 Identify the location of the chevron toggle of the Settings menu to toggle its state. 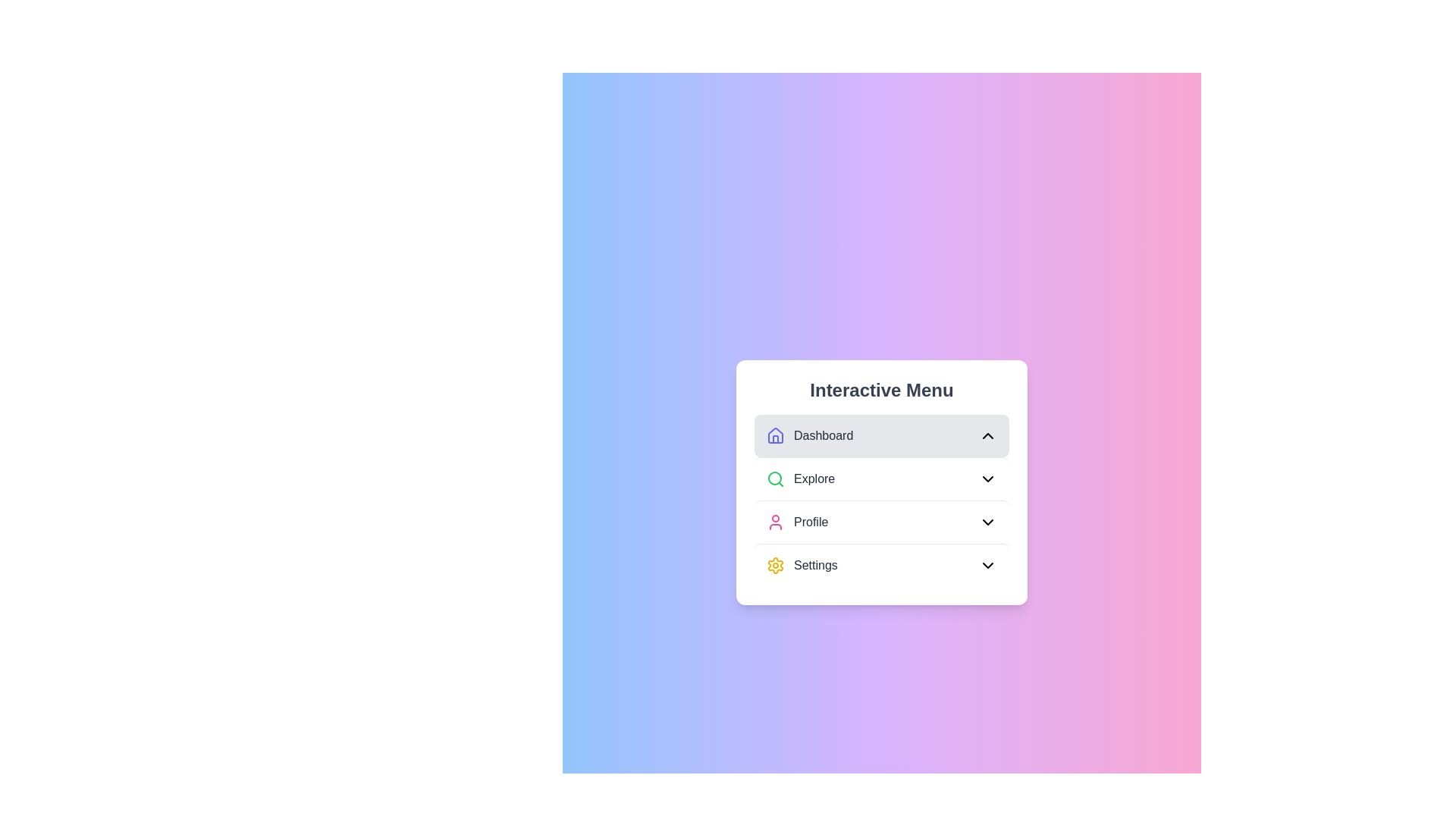
(987, 565).